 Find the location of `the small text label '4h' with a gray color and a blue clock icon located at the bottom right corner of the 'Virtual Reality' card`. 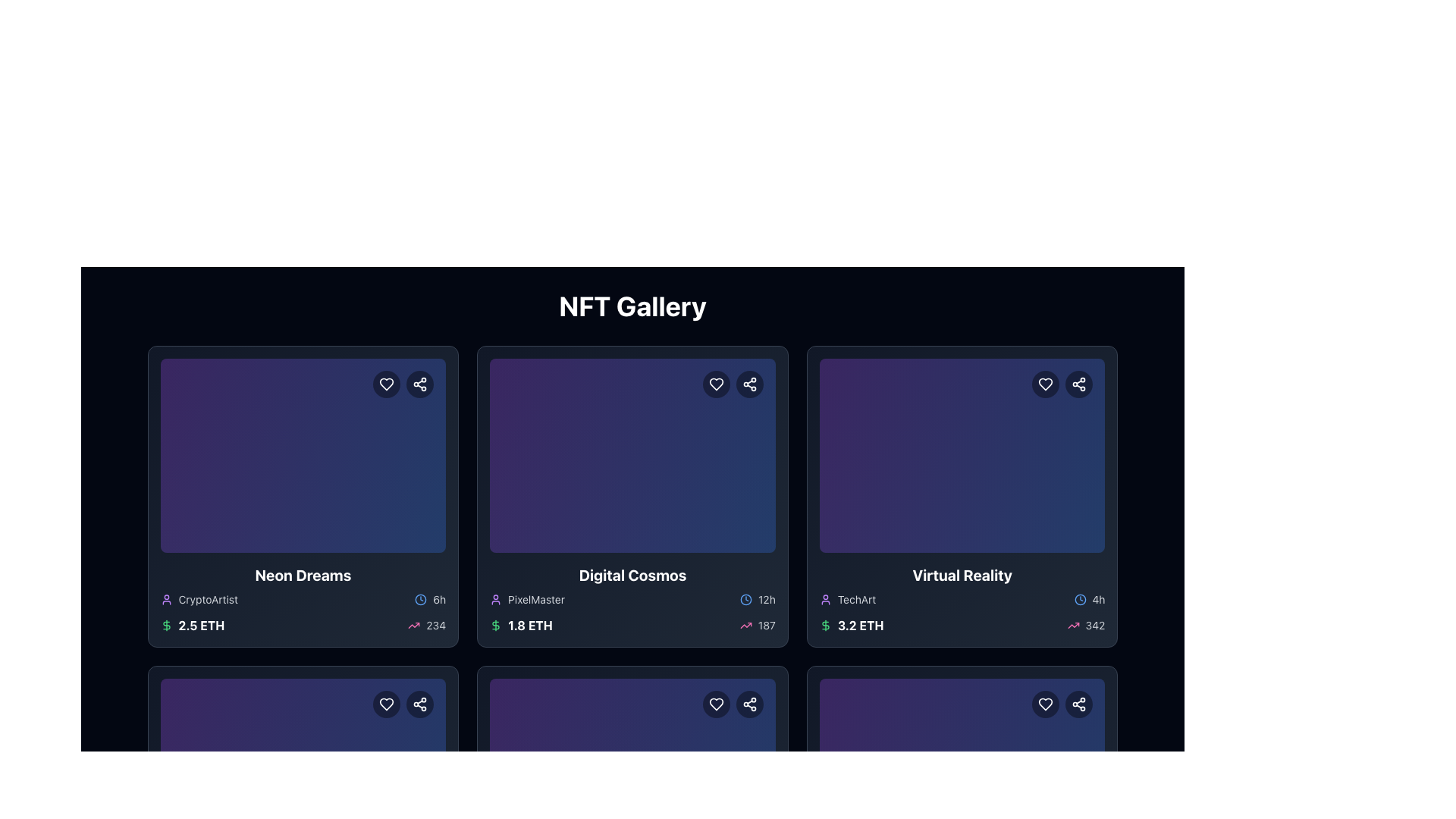

the small text label '4h' with a gray color and a blue clock icon located at the bottom right corner of the 'Virtual Reality' card is located at coordinates (1088, 598).